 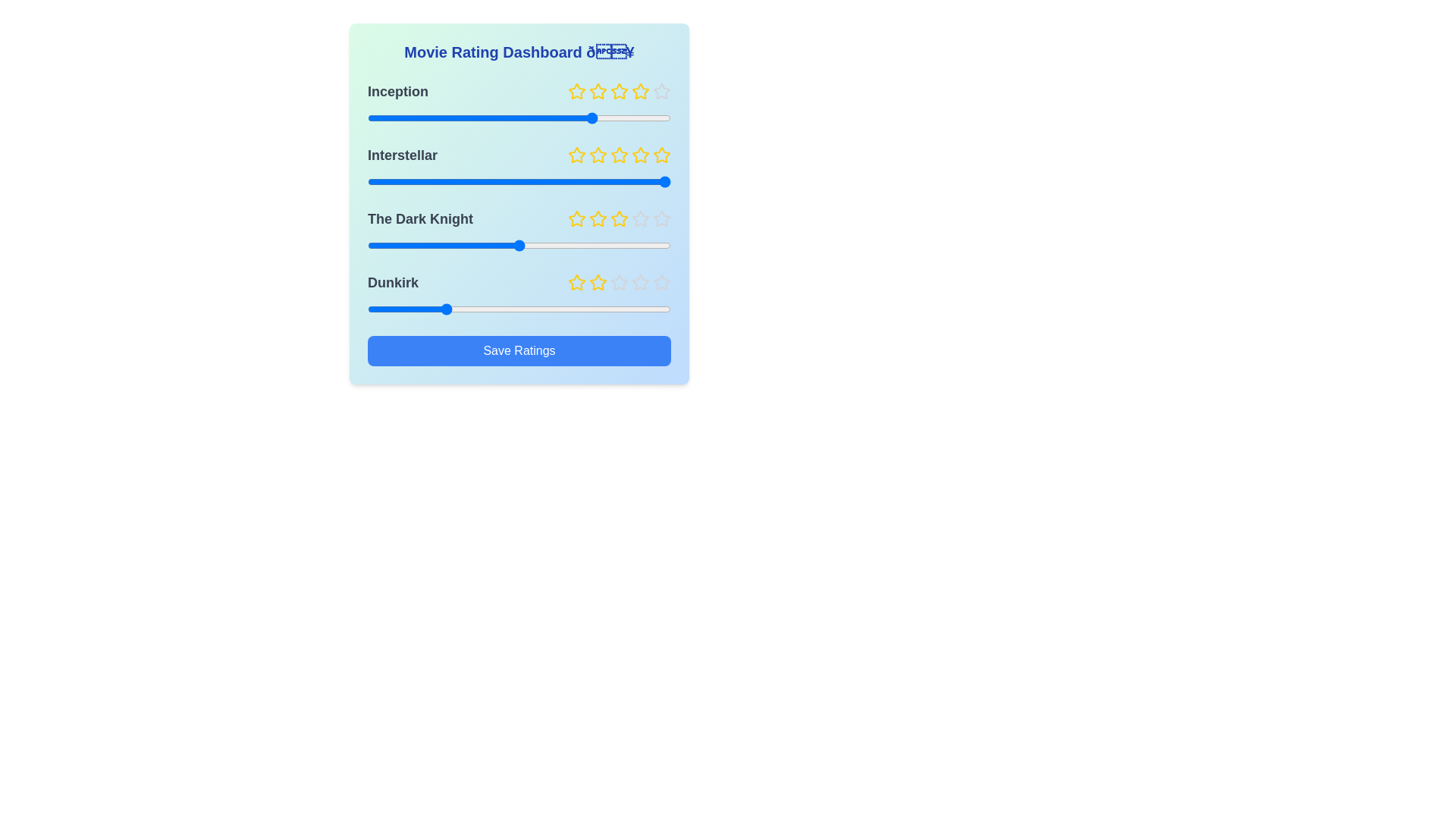 What do you see at coordinates (519, 117) in the screenshot?
I see `the slider for the movie 'Inception' to set the rating to 3` at bounding box center [519, 117].